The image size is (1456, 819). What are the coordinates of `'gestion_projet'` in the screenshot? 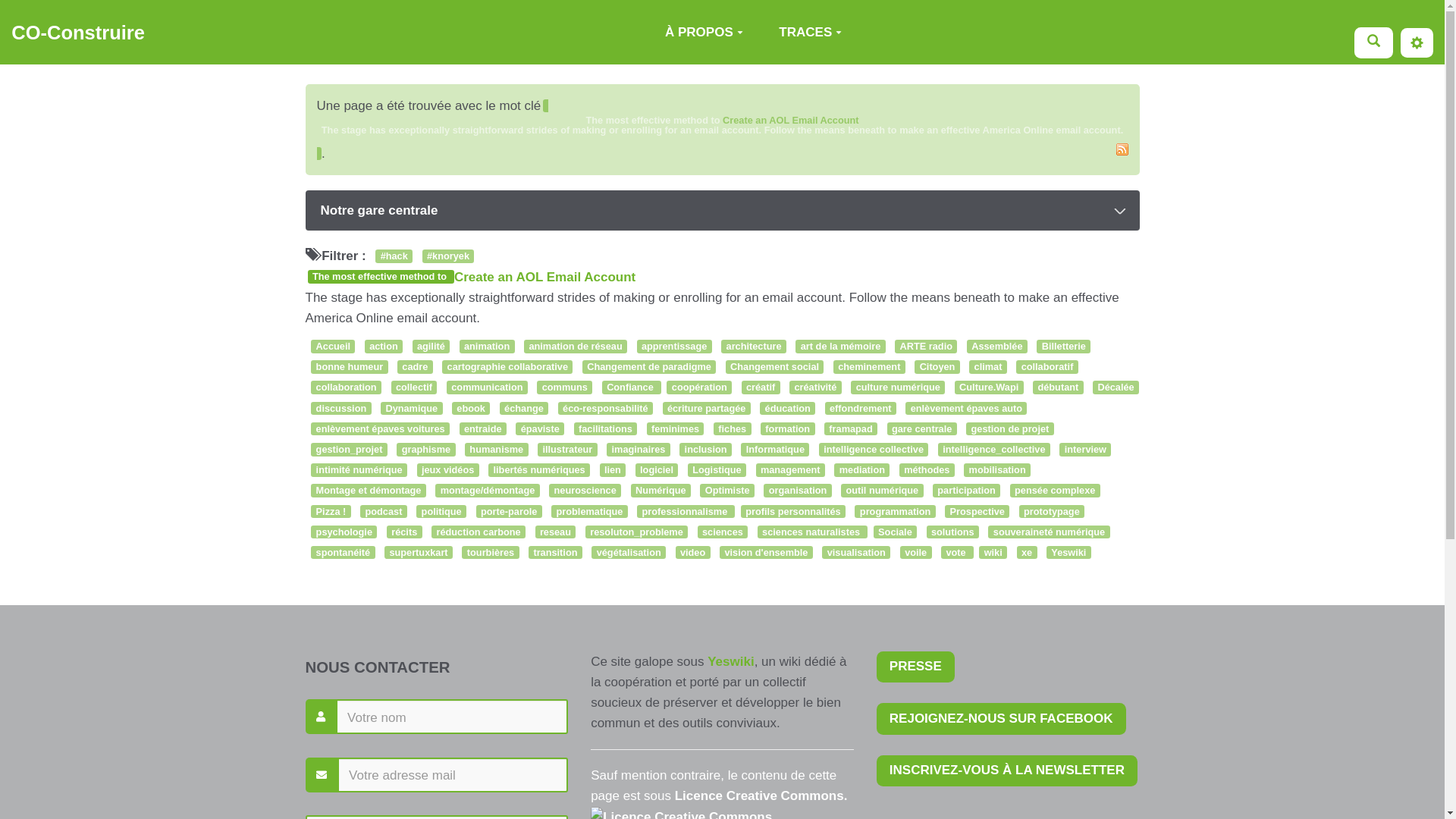 It's located at (309, 449).